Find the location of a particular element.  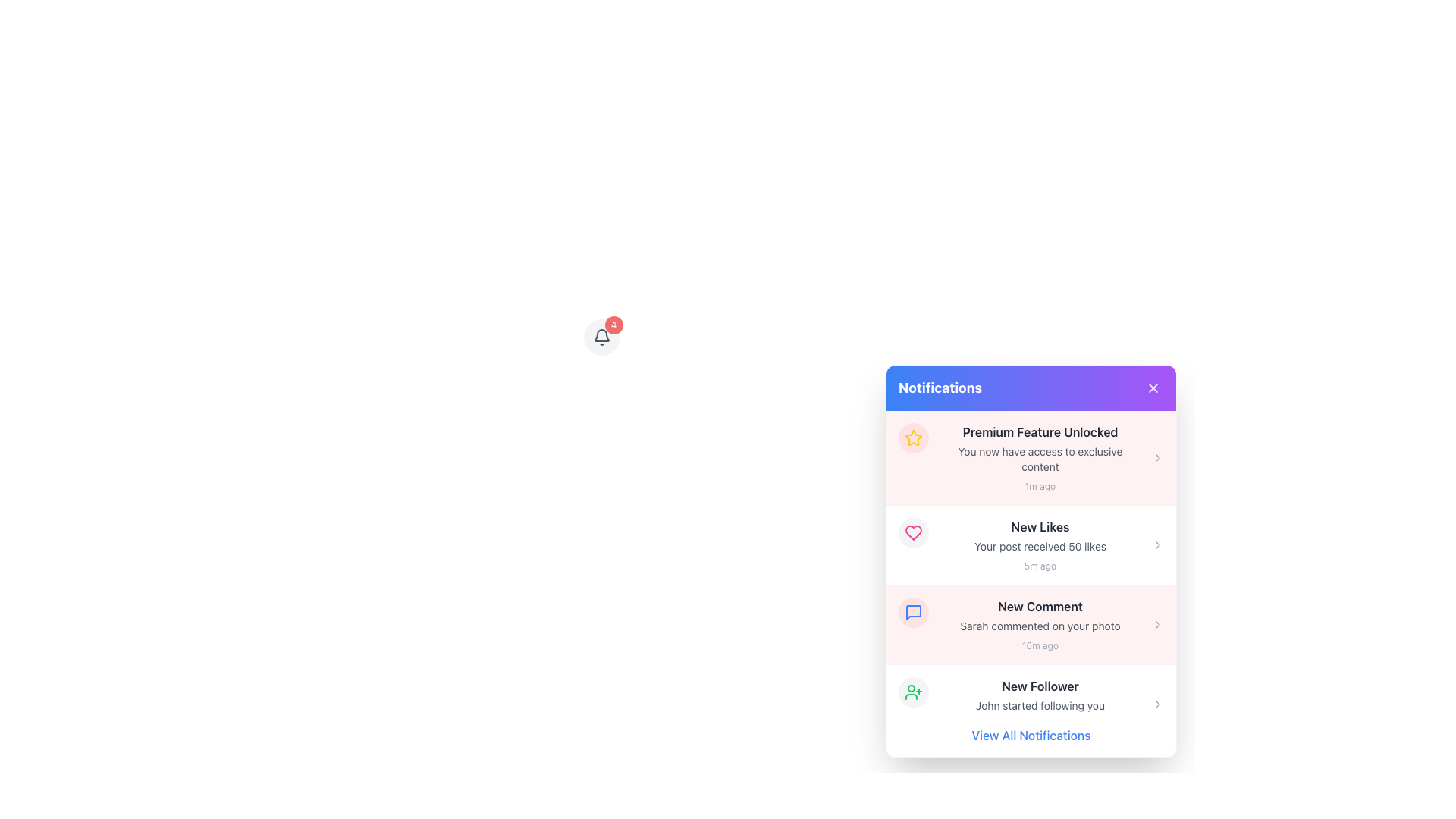

text content of the Text Label that displays 'Sarah commented on your photo', located under the 'New Comment' section in the notifications panel is located at coordinates (1040, 626).